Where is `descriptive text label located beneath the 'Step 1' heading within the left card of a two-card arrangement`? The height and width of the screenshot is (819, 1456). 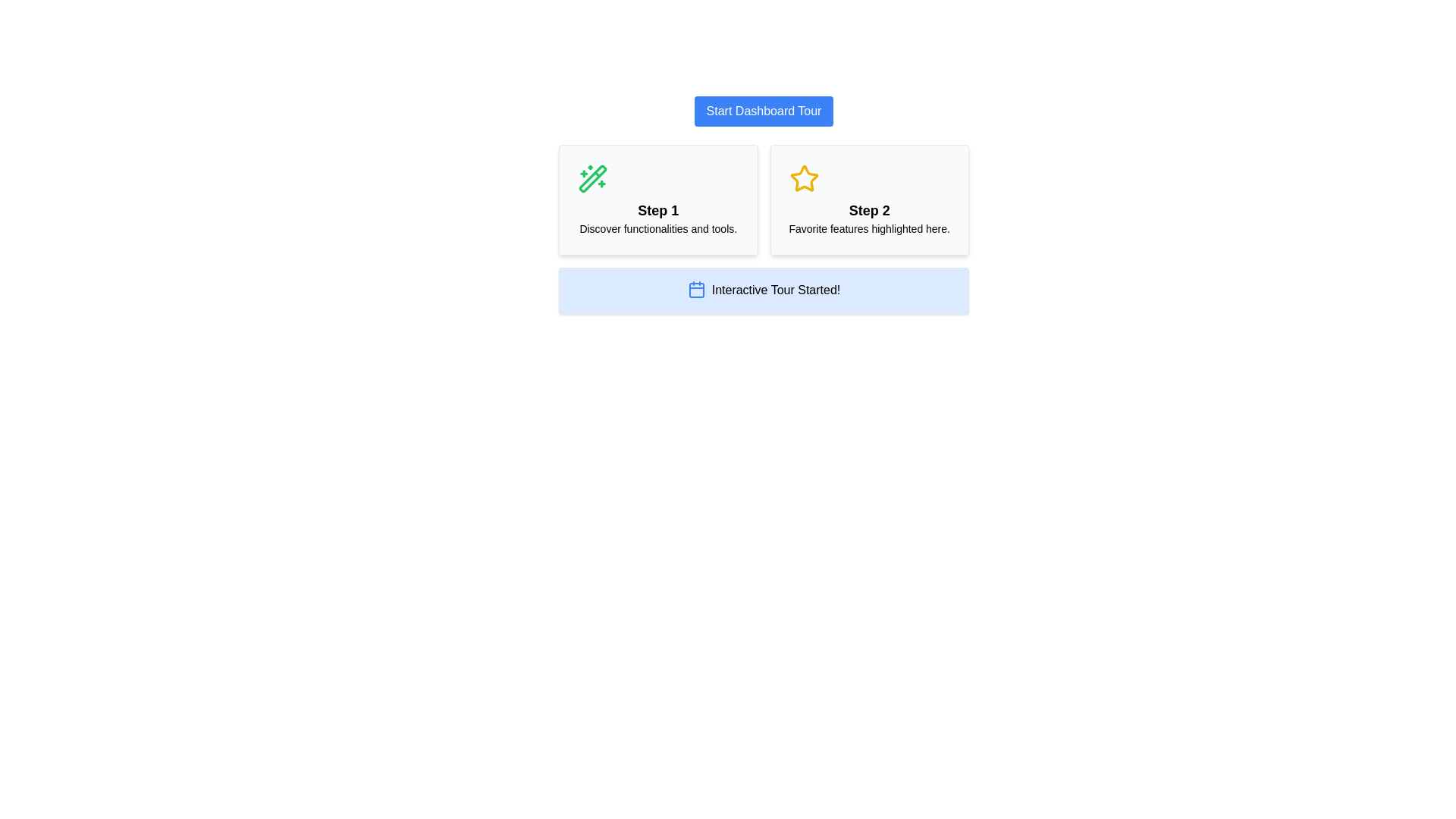 descriptive text label located beneath the 'Step 1' heading within the left card of a two-card arrangement is located at coordinates (658, 228).